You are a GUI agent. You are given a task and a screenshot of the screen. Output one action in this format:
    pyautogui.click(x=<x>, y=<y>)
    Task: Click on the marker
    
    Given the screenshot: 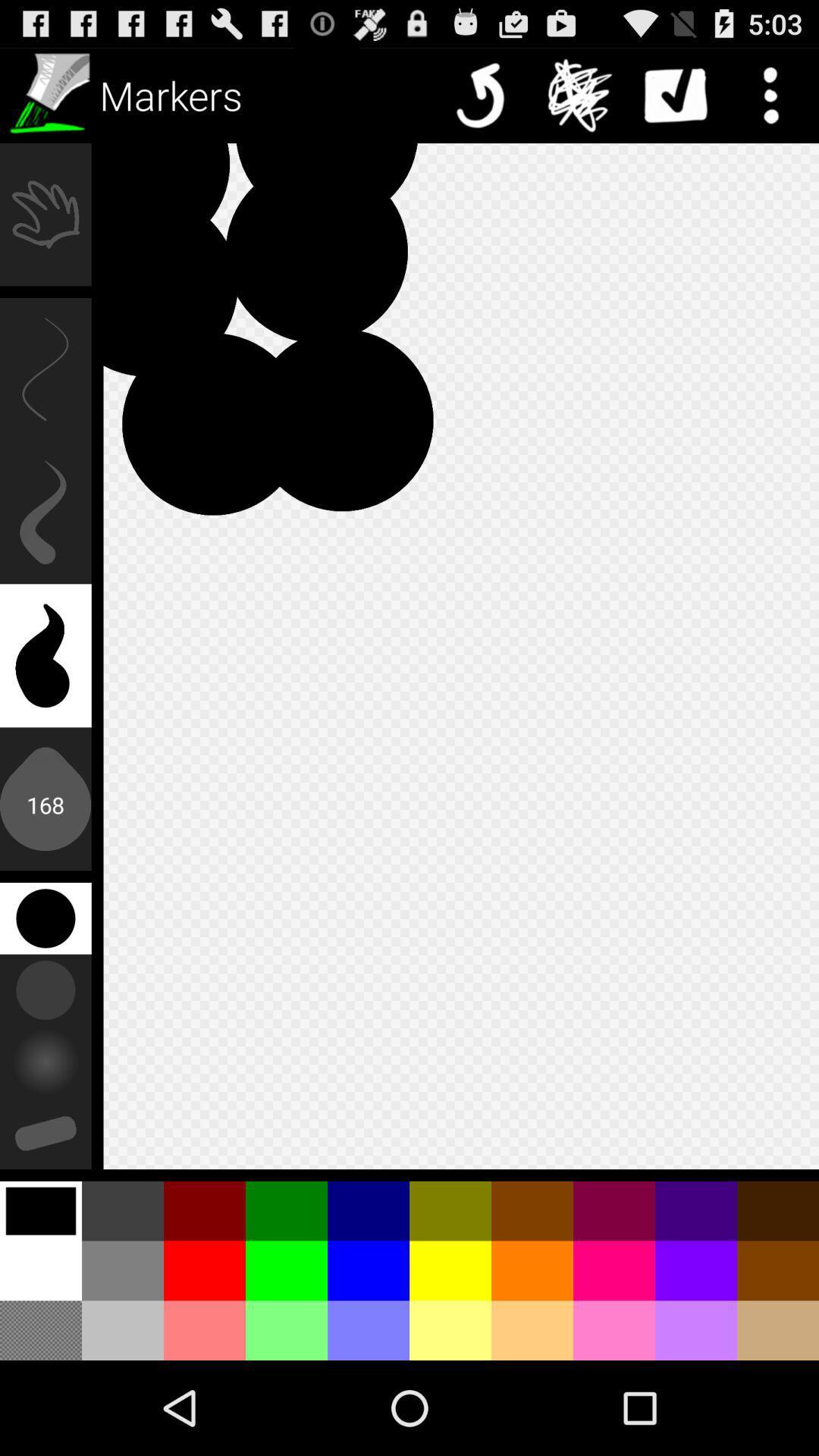 What is the action you would take?
    pyautogui.click(x=46, y=94)
    